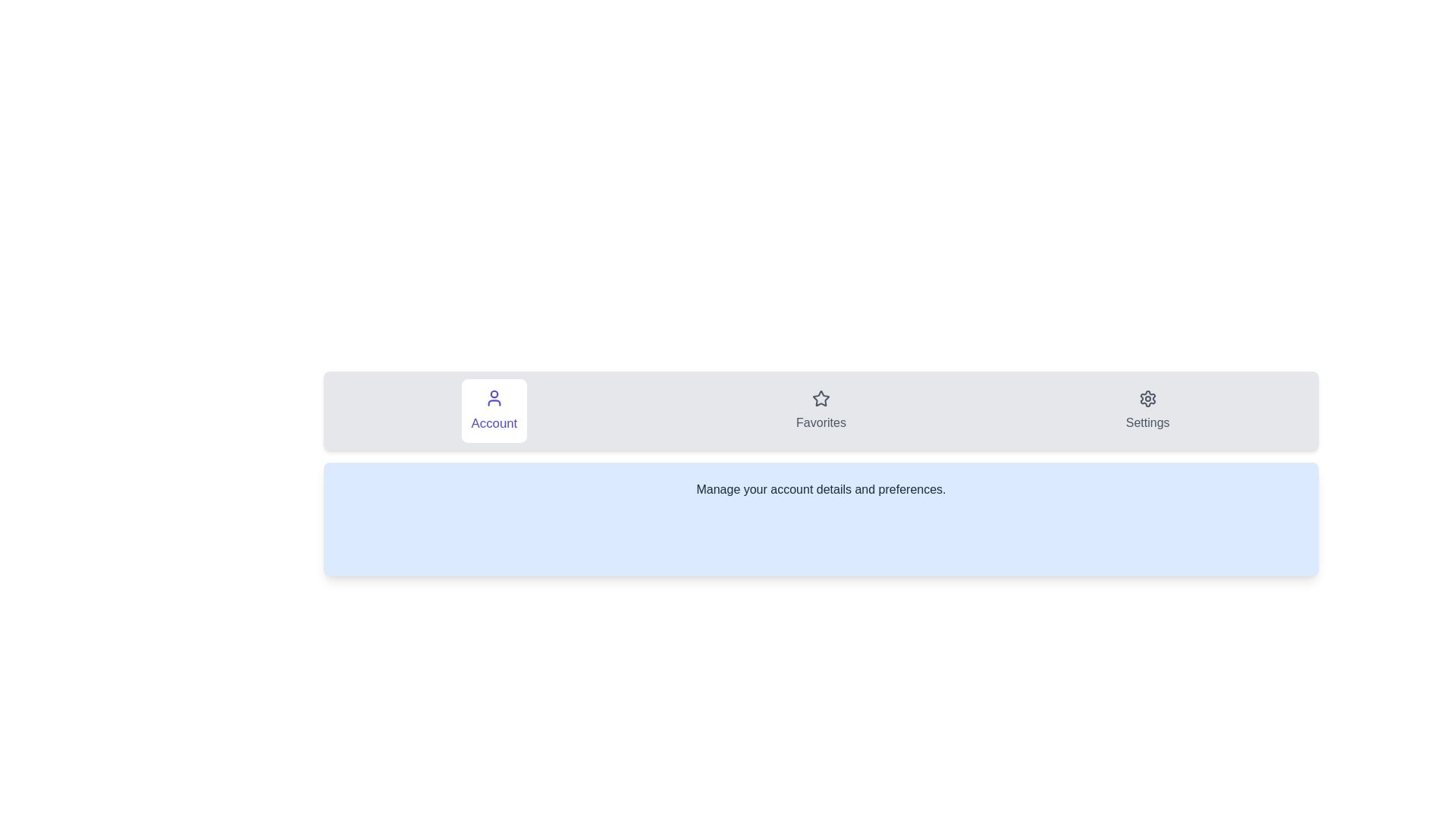  What do you see at coordinates (494, 411) in the screenshot?
I see `the Account tab by clicking on its button` at bounding box center [494, 411].